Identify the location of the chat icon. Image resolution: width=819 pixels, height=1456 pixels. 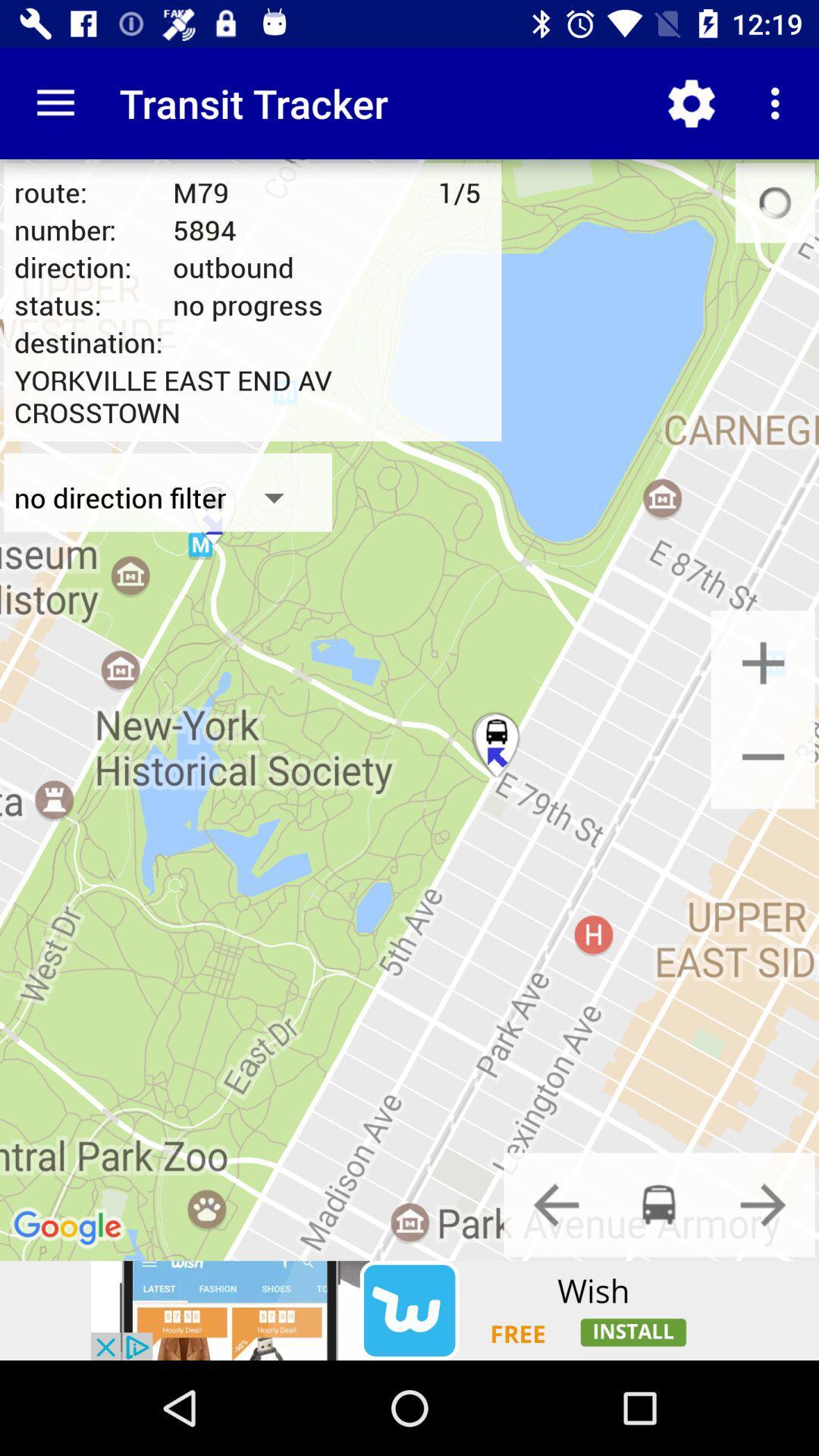
(658, 1203).